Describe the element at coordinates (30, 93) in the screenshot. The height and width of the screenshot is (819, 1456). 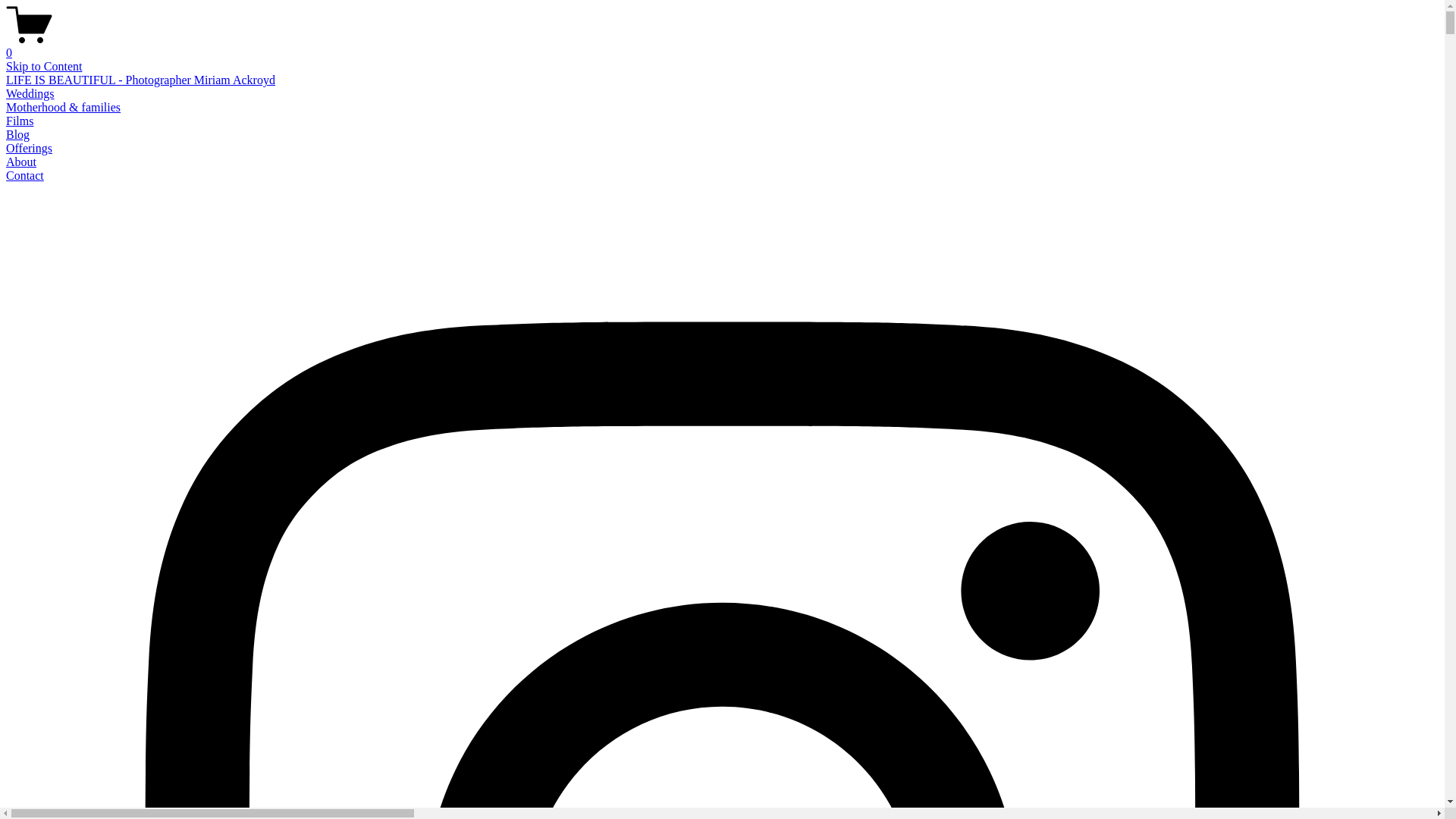
I see `'Weddings'` at that location.